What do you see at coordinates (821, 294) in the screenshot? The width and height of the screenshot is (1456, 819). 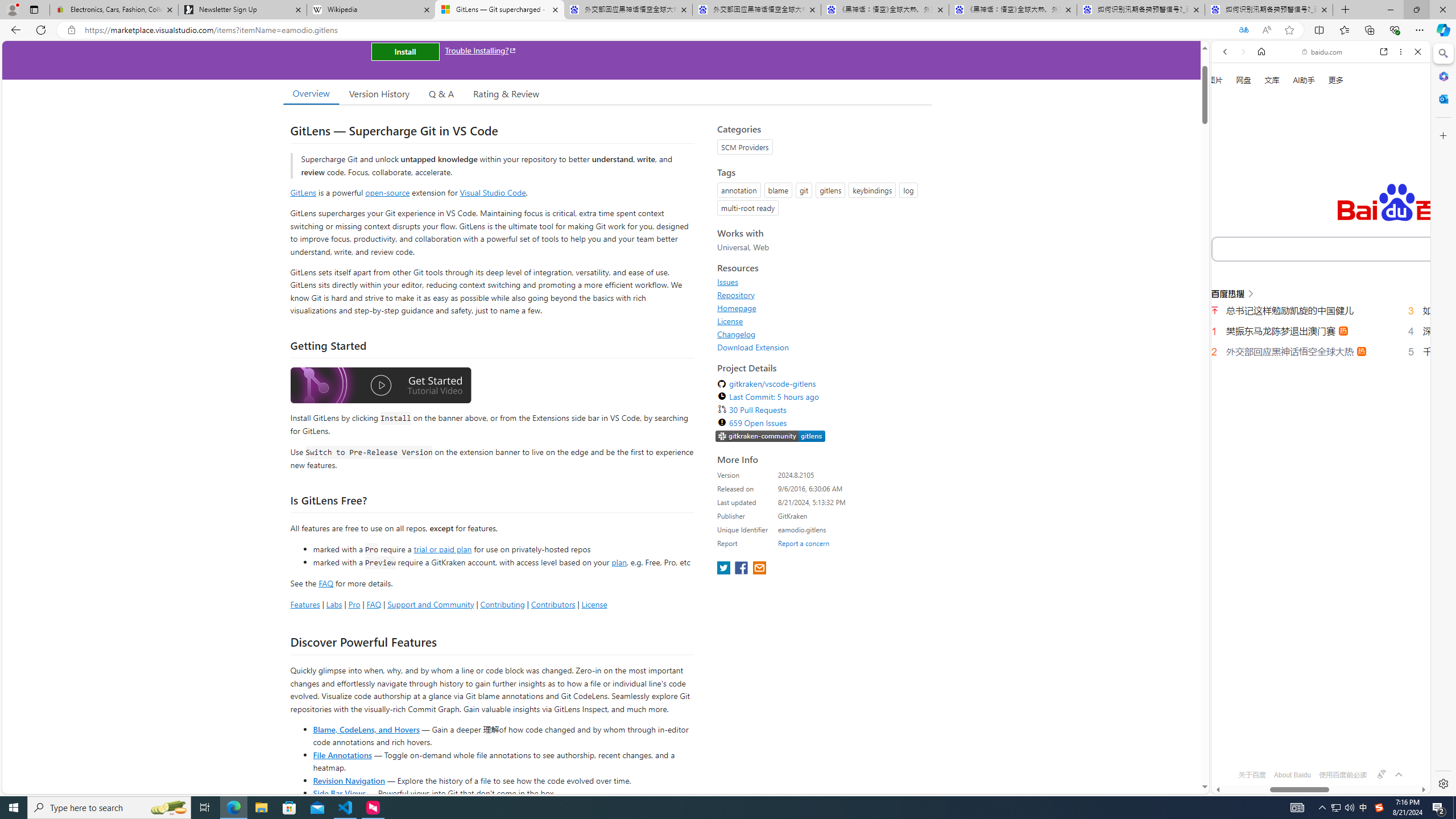 I see `'Repository'` at bounding box center [821, 294].